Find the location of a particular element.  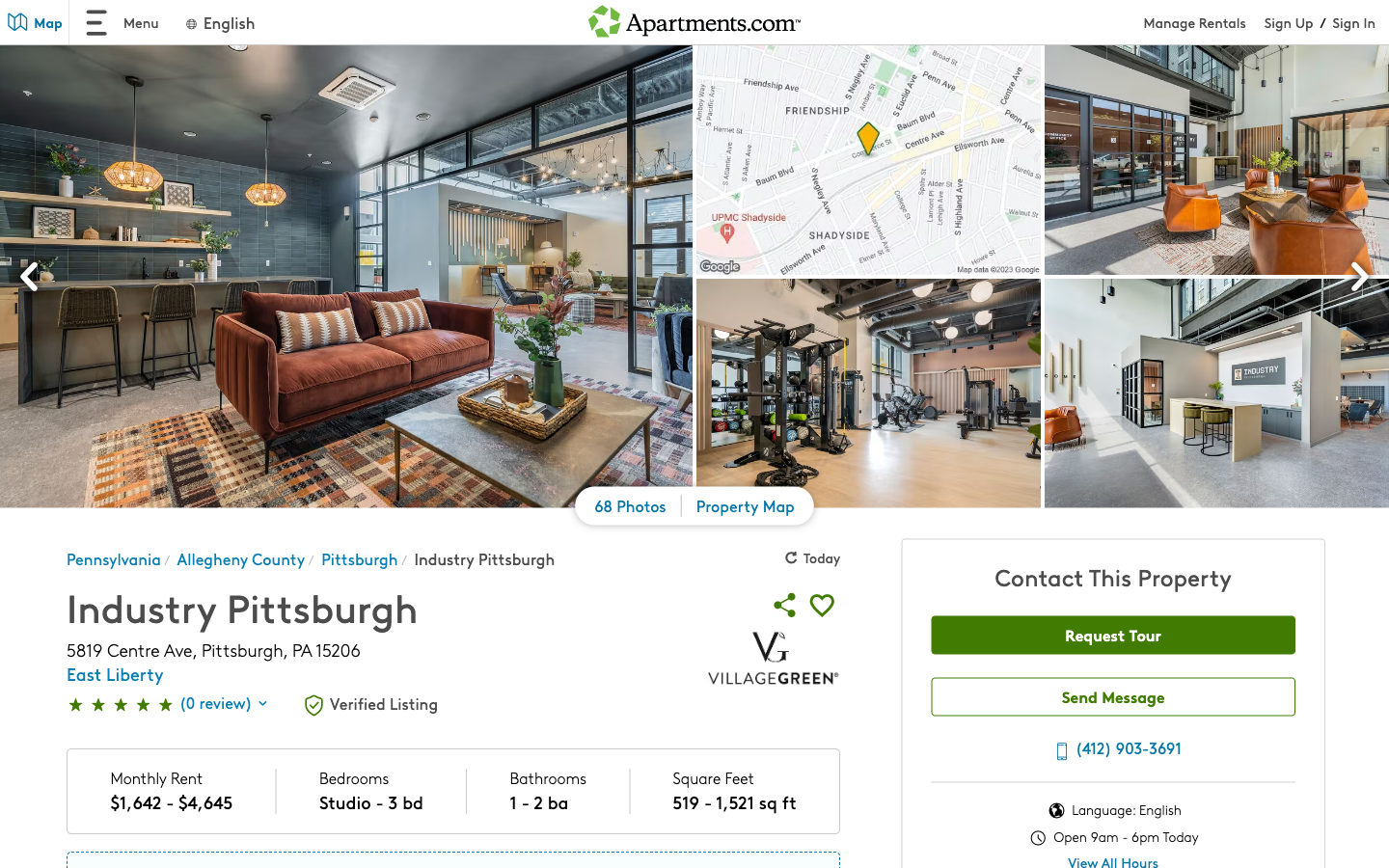

Transition to the preceding image is located at coordinates (29, 279).